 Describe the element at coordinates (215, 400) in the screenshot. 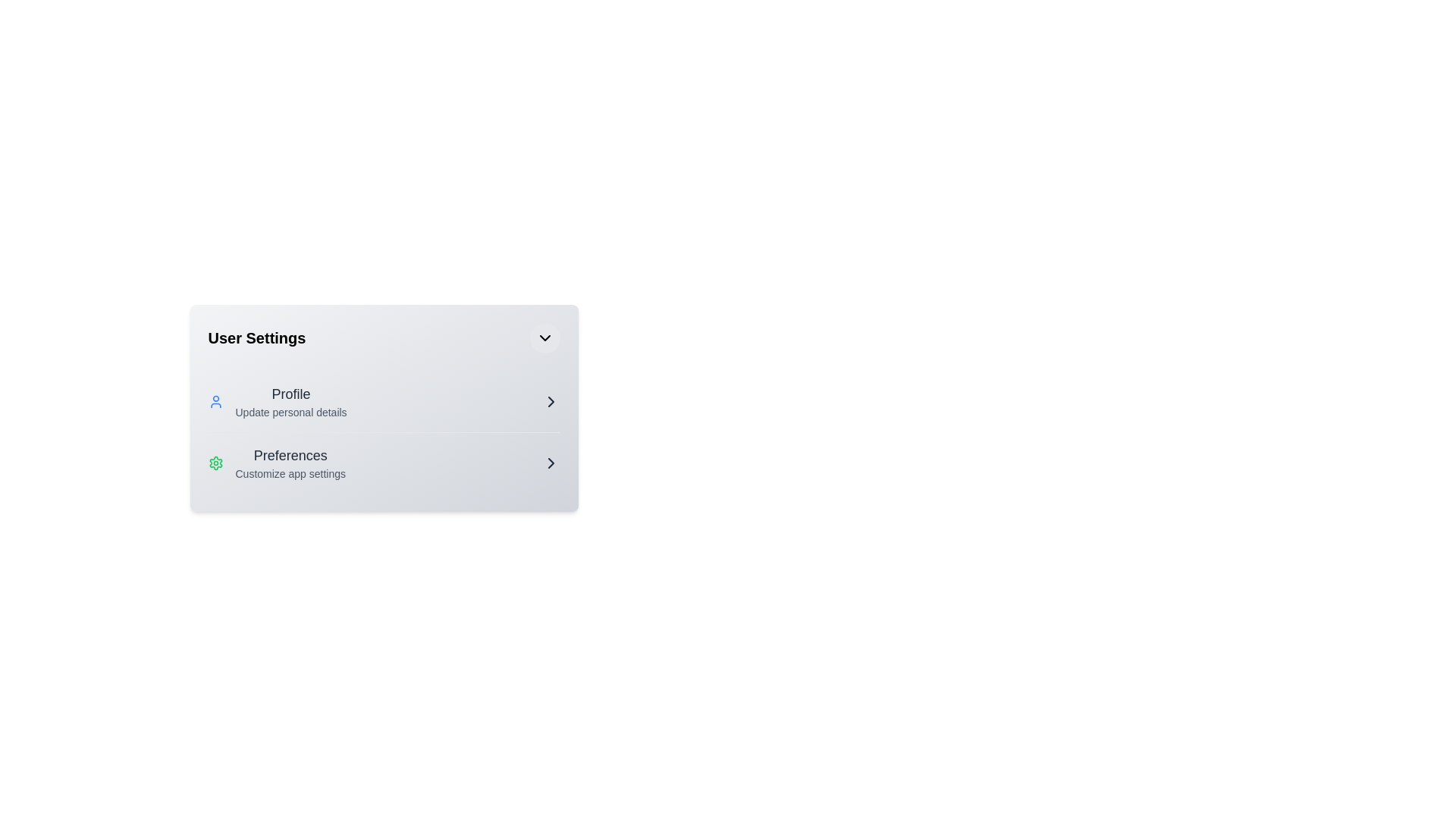

I see `the user profile icon, which is styled in blue with a circular head shape and located in the 'User Settings' section next to 'Profile' and 'Update personal details'` at that location.